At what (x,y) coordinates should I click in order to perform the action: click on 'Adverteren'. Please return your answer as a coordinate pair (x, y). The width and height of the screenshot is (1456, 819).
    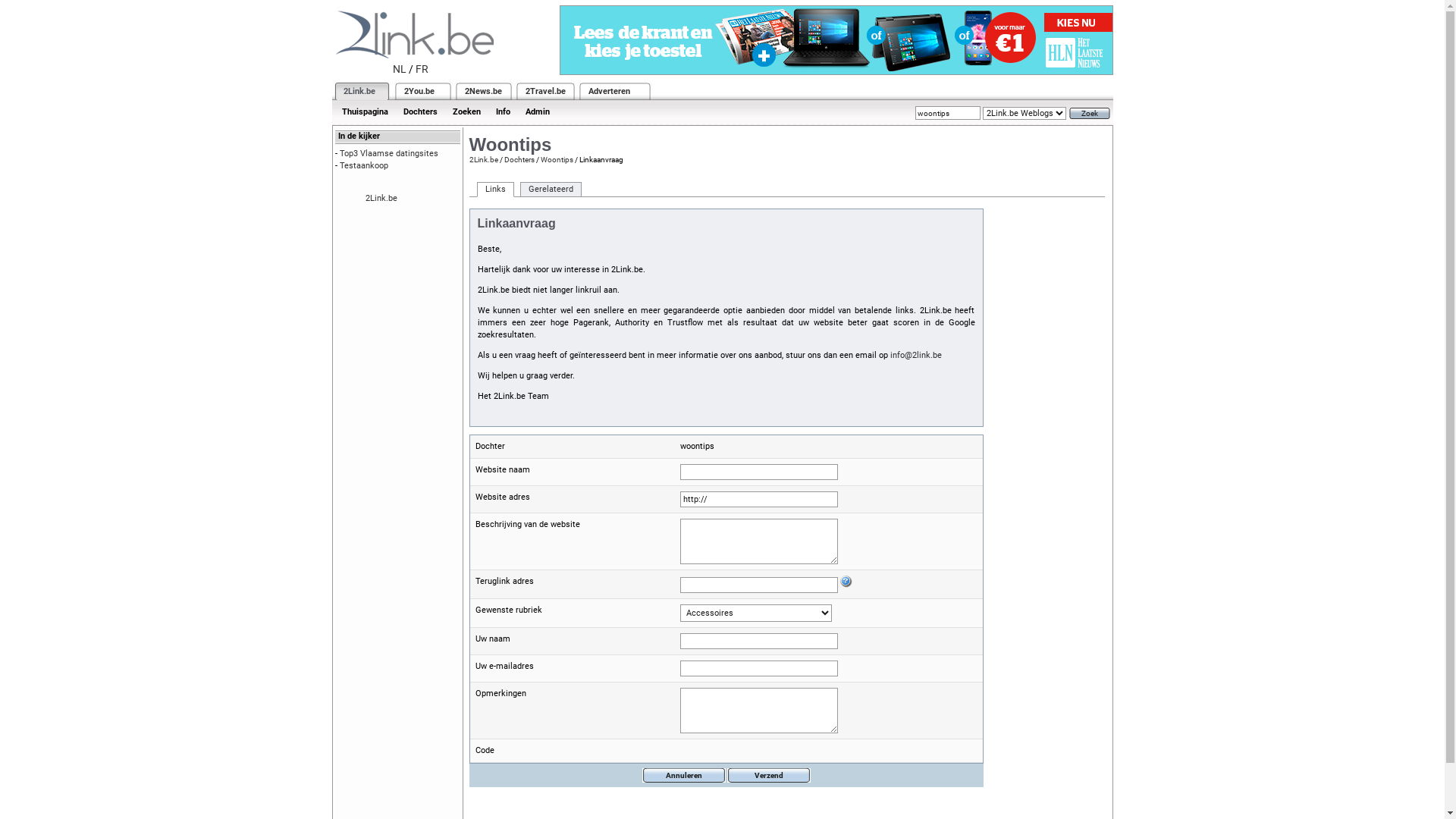
    Looking at the image, I should click on (609, 91).